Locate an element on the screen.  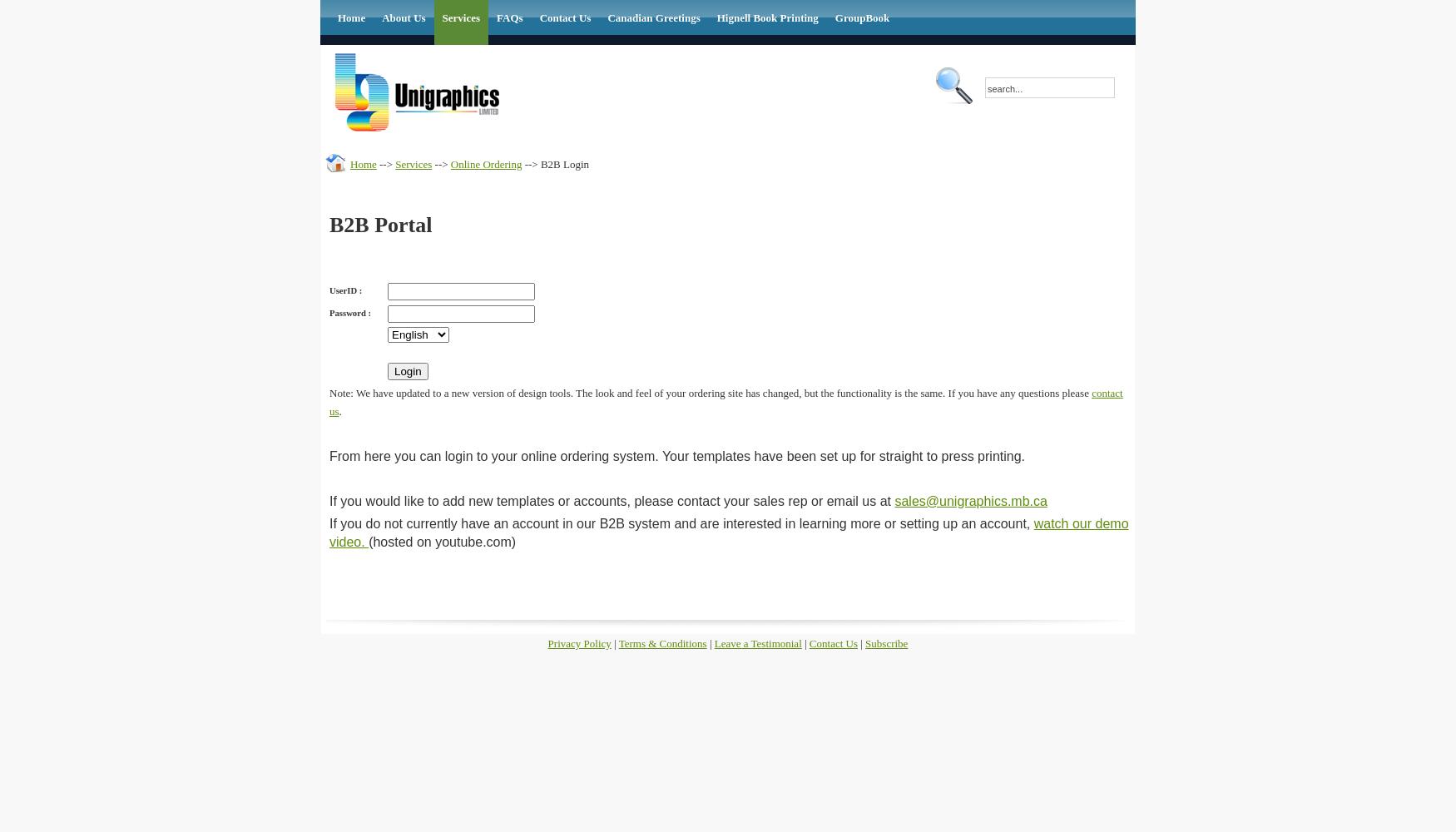
'About Us' is located at coordinates (382, 17).